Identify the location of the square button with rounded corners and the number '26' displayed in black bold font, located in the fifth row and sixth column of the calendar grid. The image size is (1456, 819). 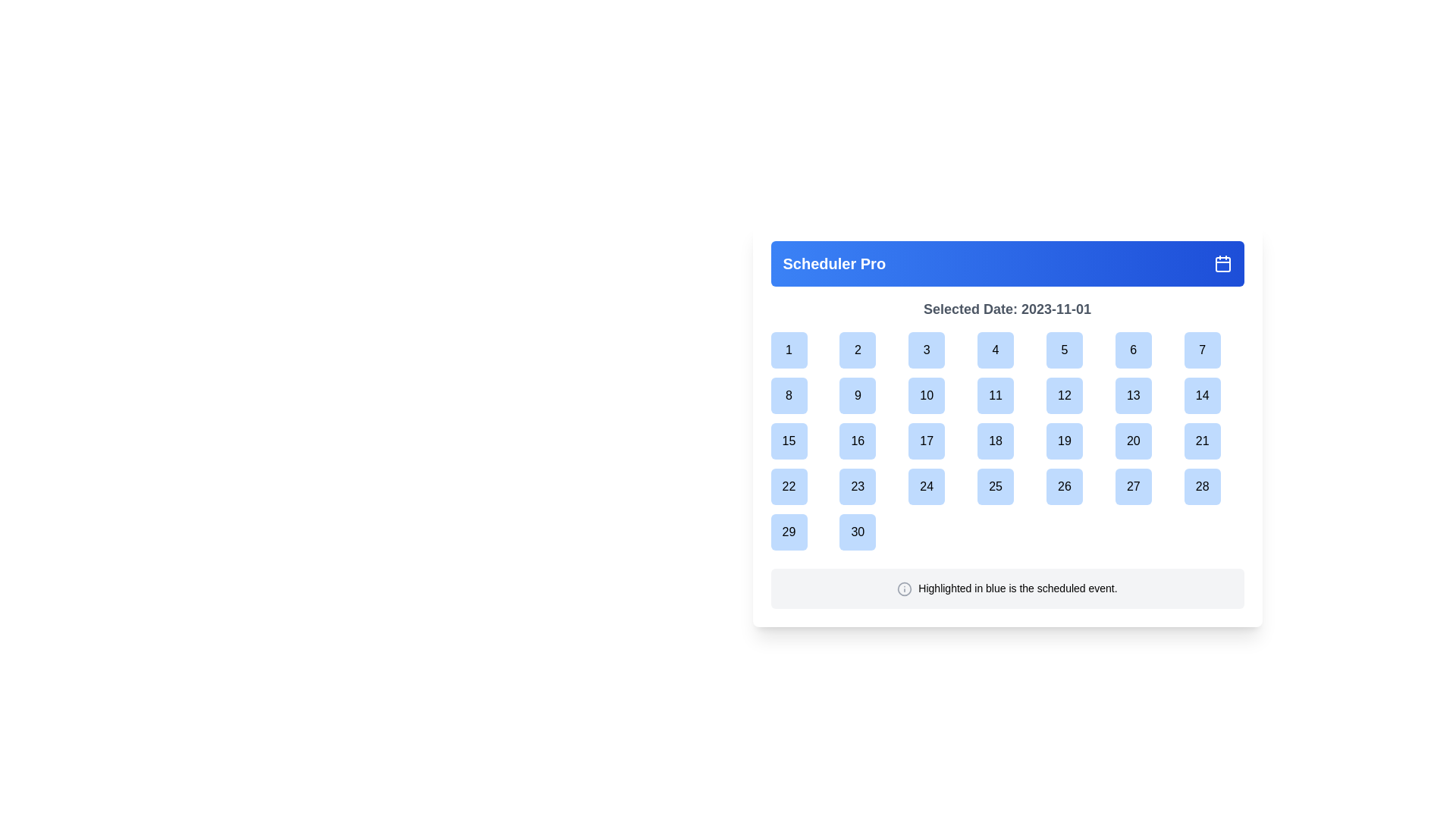
(1075, 486).